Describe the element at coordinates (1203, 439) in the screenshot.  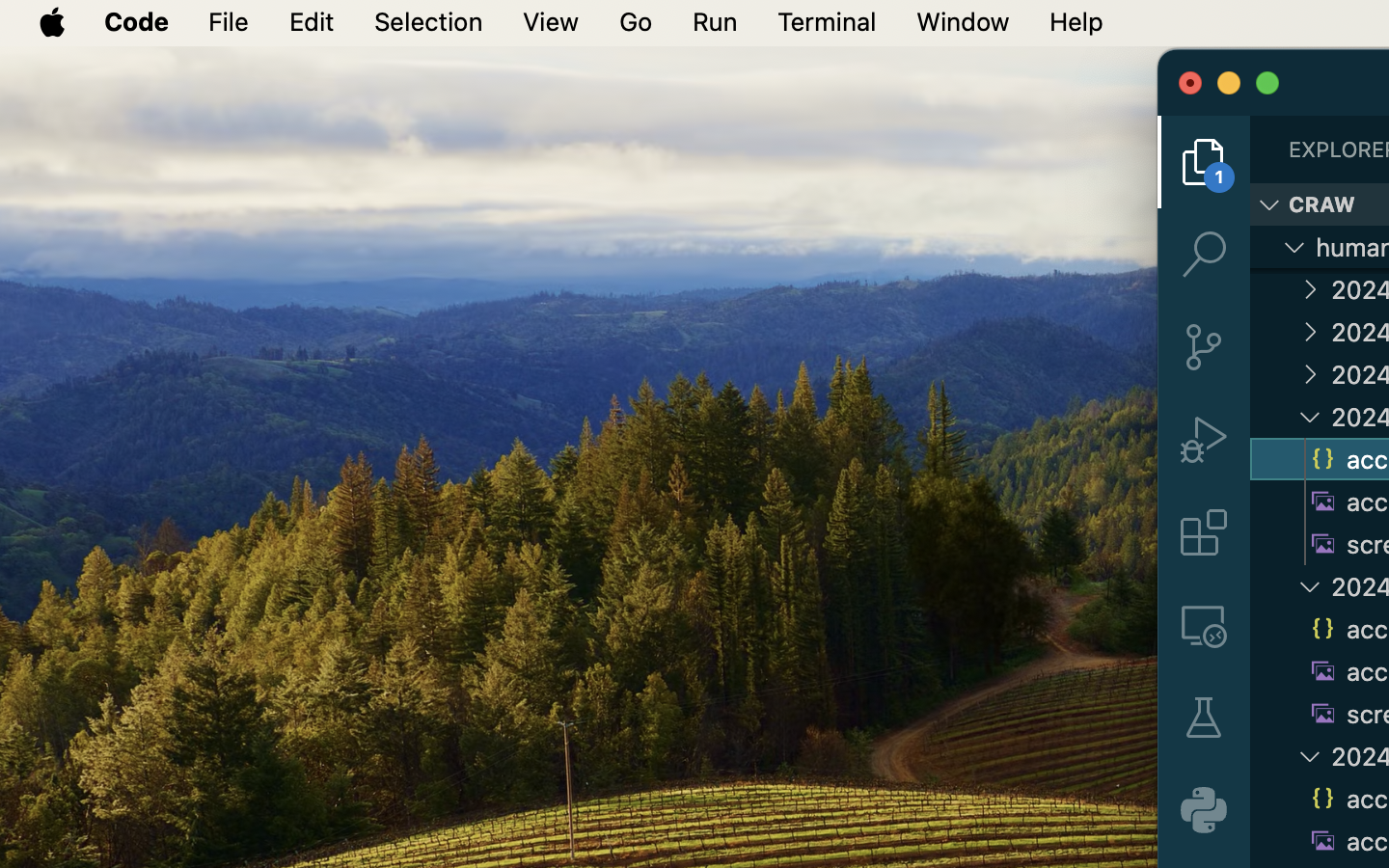
I see `''` at that location.